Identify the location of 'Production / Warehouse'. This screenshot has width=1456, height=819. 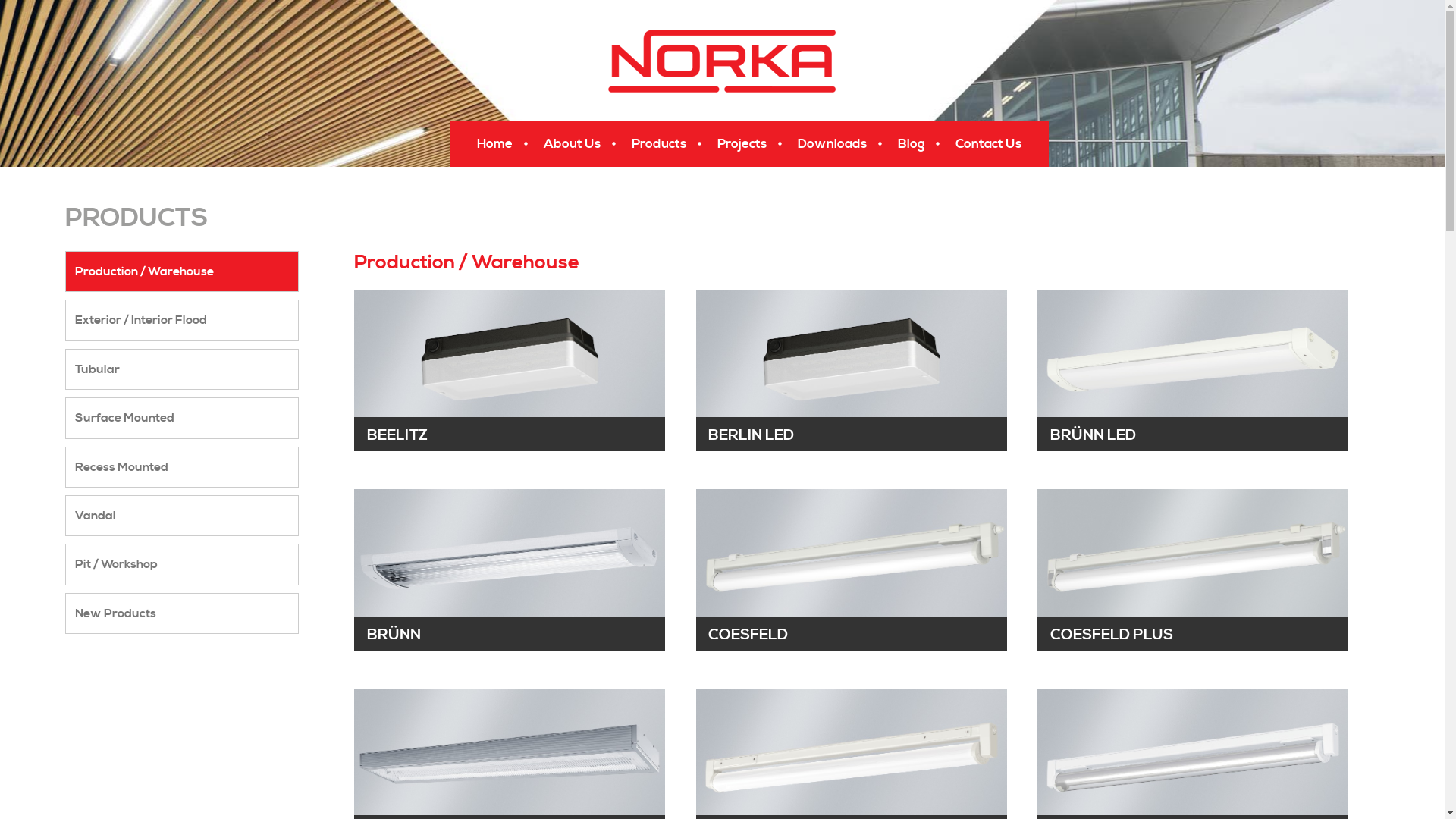
(182, 271).